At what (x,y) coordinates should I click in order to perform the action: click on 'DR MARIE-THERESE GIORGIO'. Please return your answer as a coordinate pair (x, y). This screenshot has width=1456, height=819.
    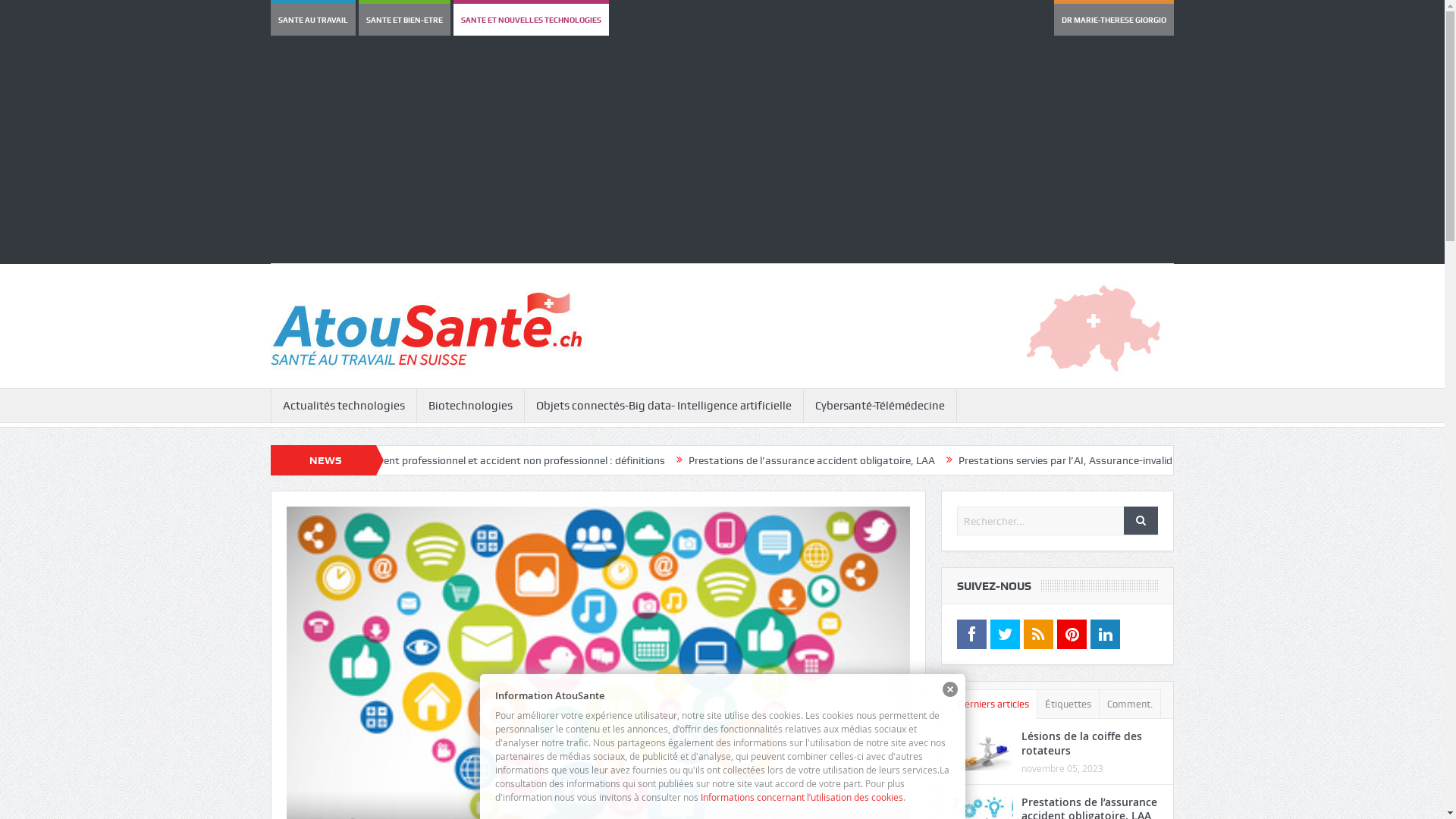
    Looking at the image, I should click on (1113, 20).